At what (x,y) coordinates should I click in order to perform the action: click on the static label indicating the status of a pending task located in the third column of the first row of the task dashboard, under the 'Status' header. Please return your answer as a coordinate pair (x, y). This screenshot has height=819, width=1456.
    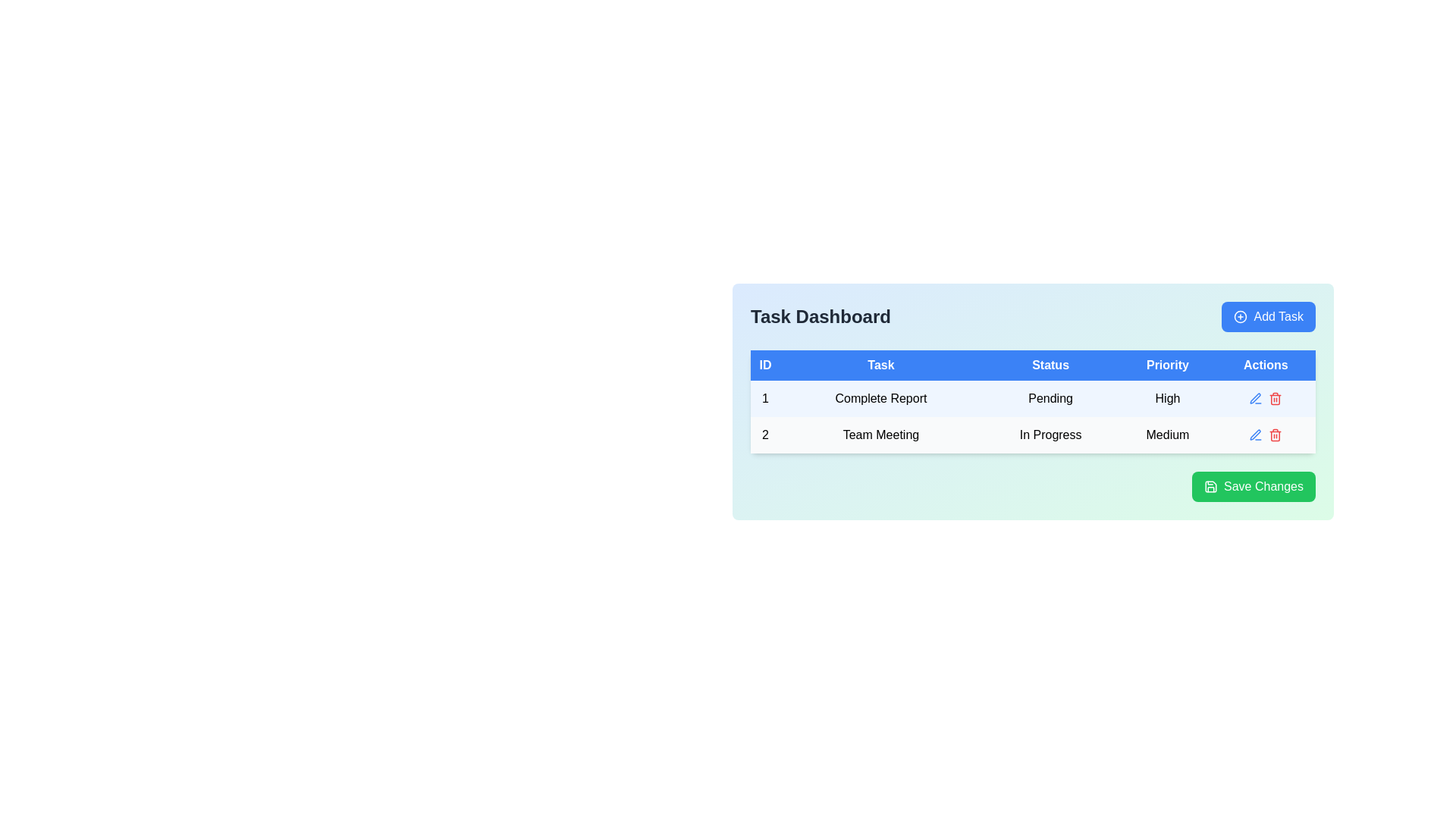
    Looking at the image, I should click on (1050, 397).